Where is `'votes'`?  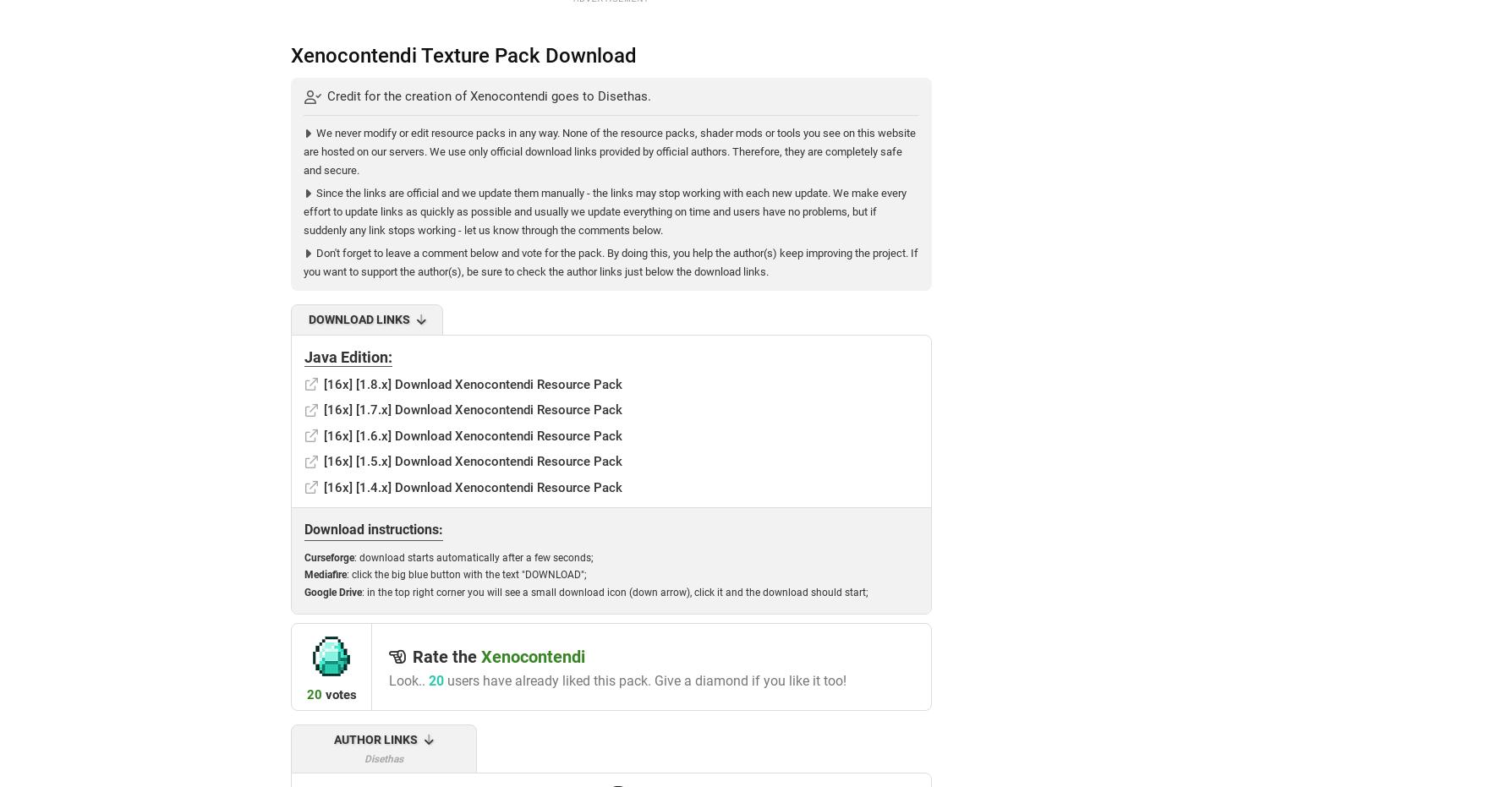 'votes' is located at coordinates (337, 692).